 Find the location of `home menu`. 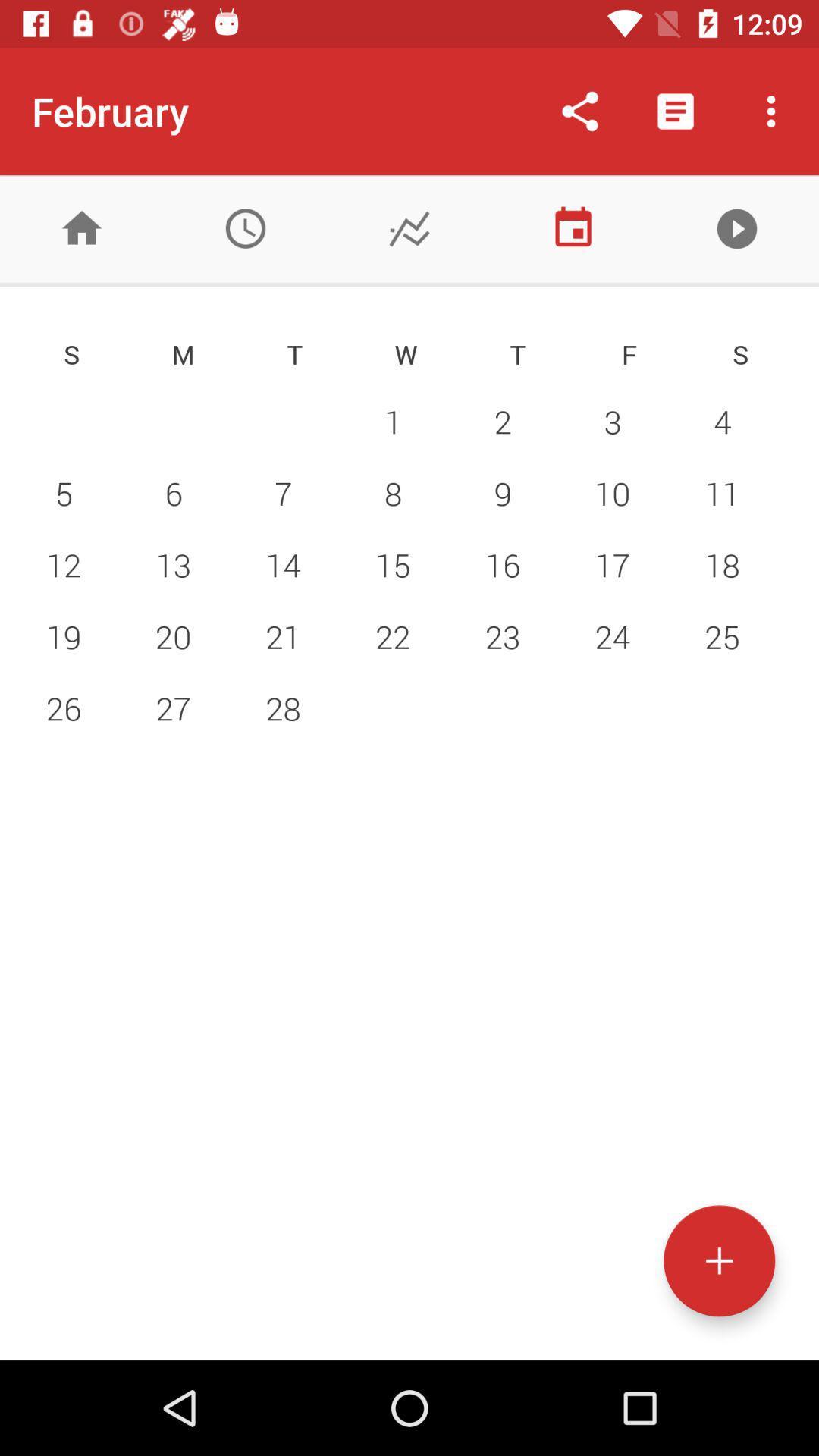

home menu is located at coordinates (82, 227).